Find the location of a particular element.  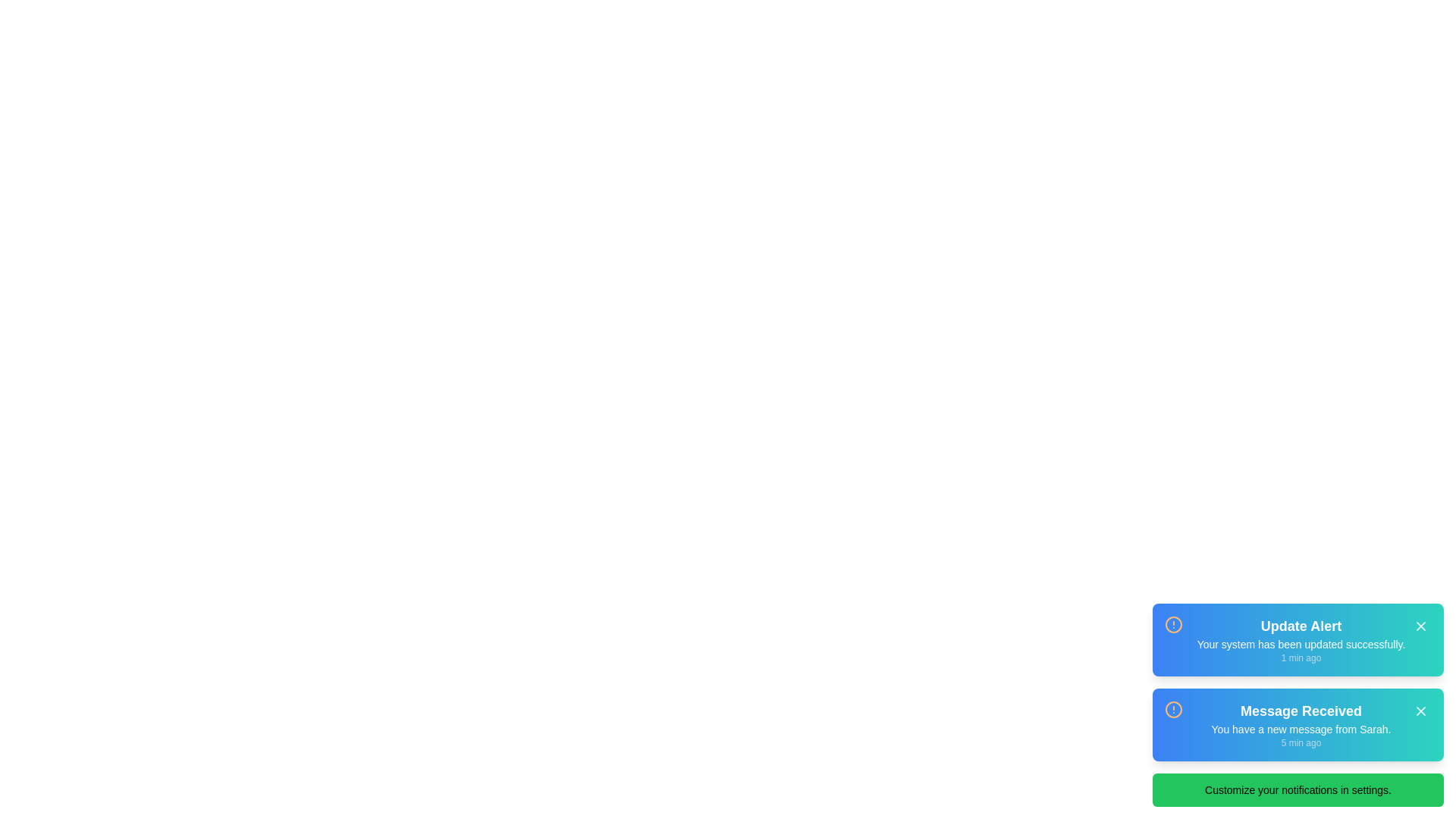

the 'Customize your notifications in settings' button is located at coordinates (1298, 789).